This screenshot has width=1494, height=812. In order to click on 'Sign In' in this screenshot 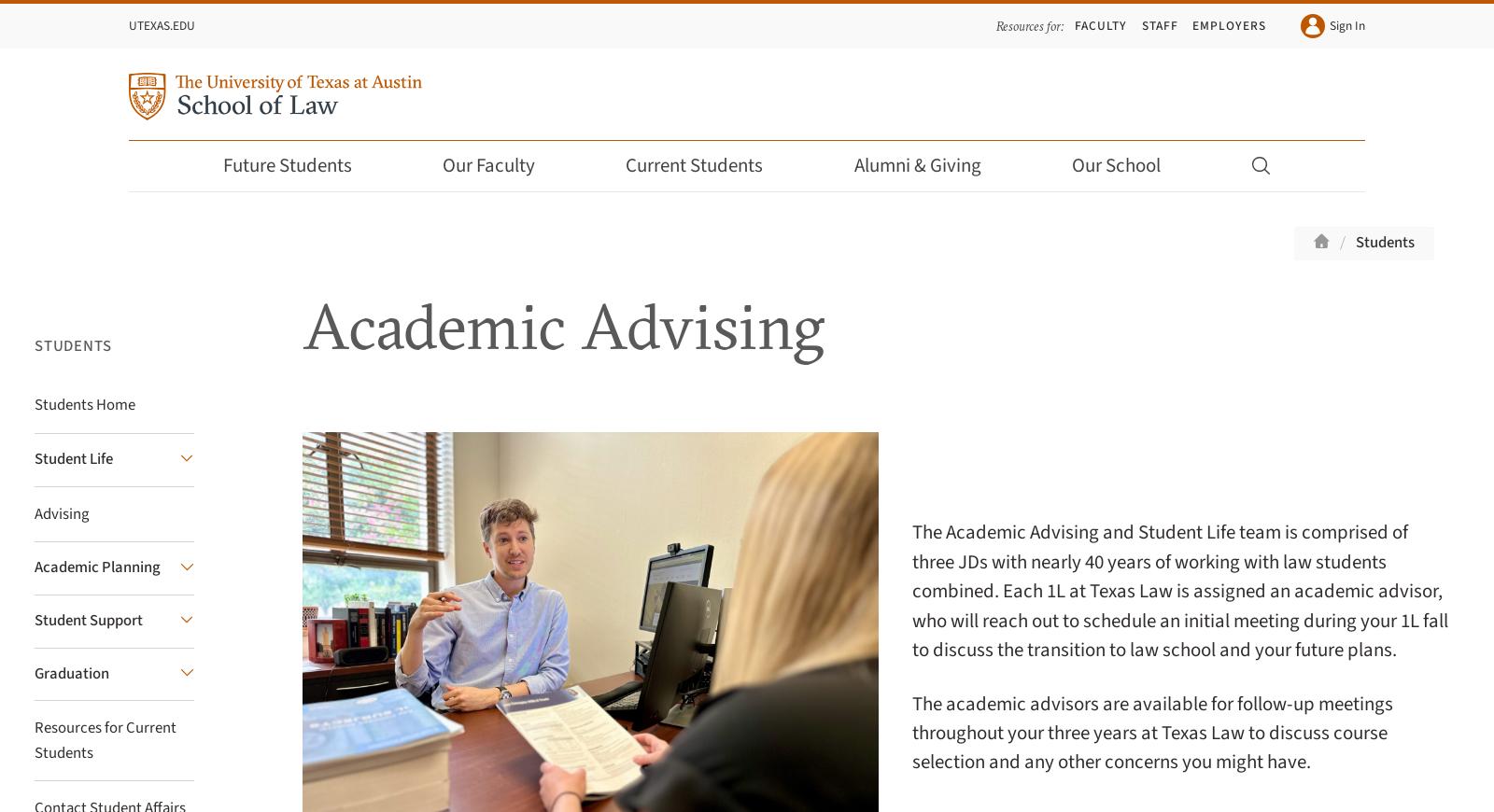, I will do `click(1346, 23)`.